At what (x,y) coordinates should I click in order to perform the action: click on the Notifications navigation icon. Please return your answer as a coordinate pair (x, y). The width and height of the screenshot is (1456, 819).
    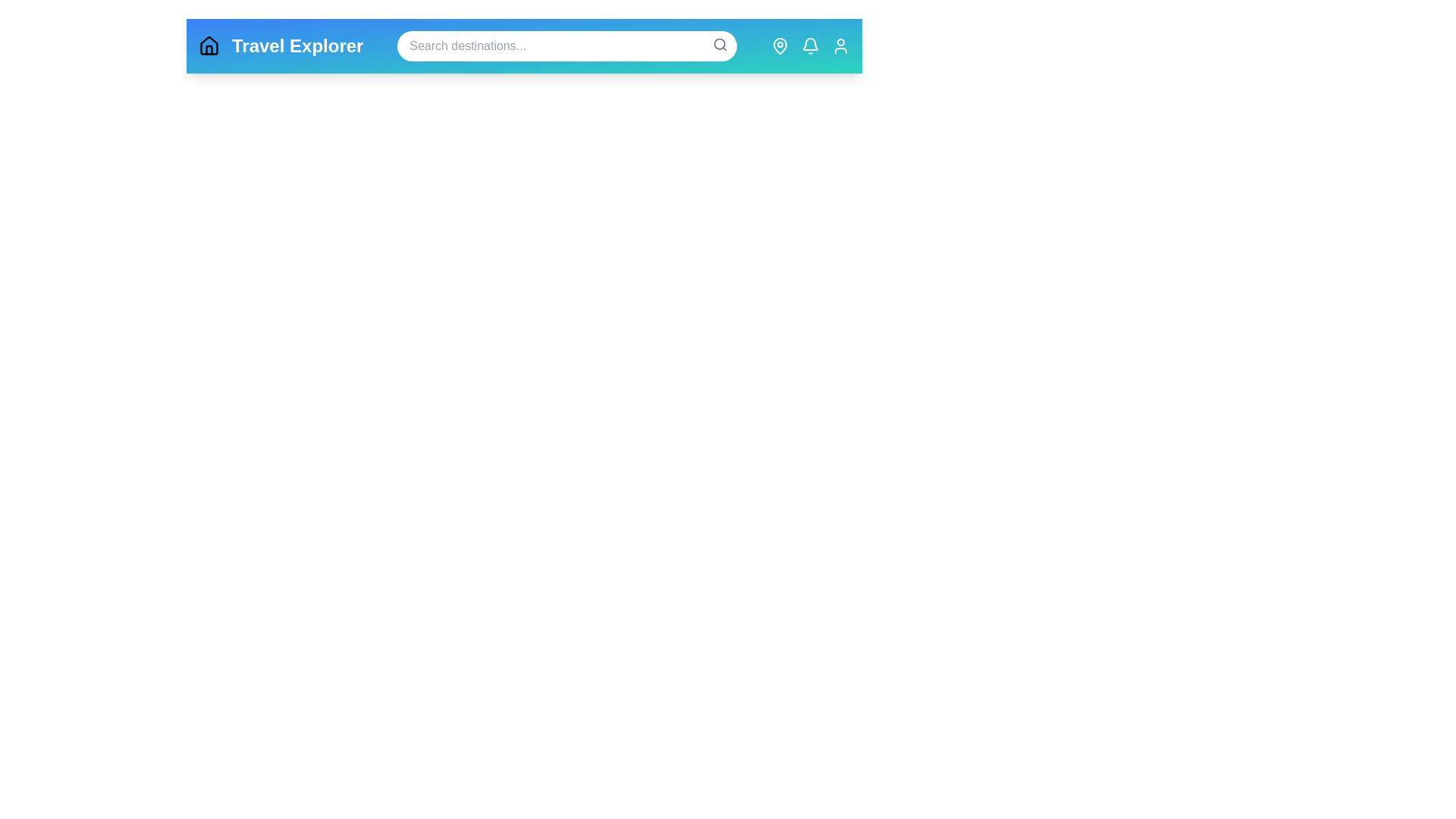
    Looking at the image, I should click on (810, 45).